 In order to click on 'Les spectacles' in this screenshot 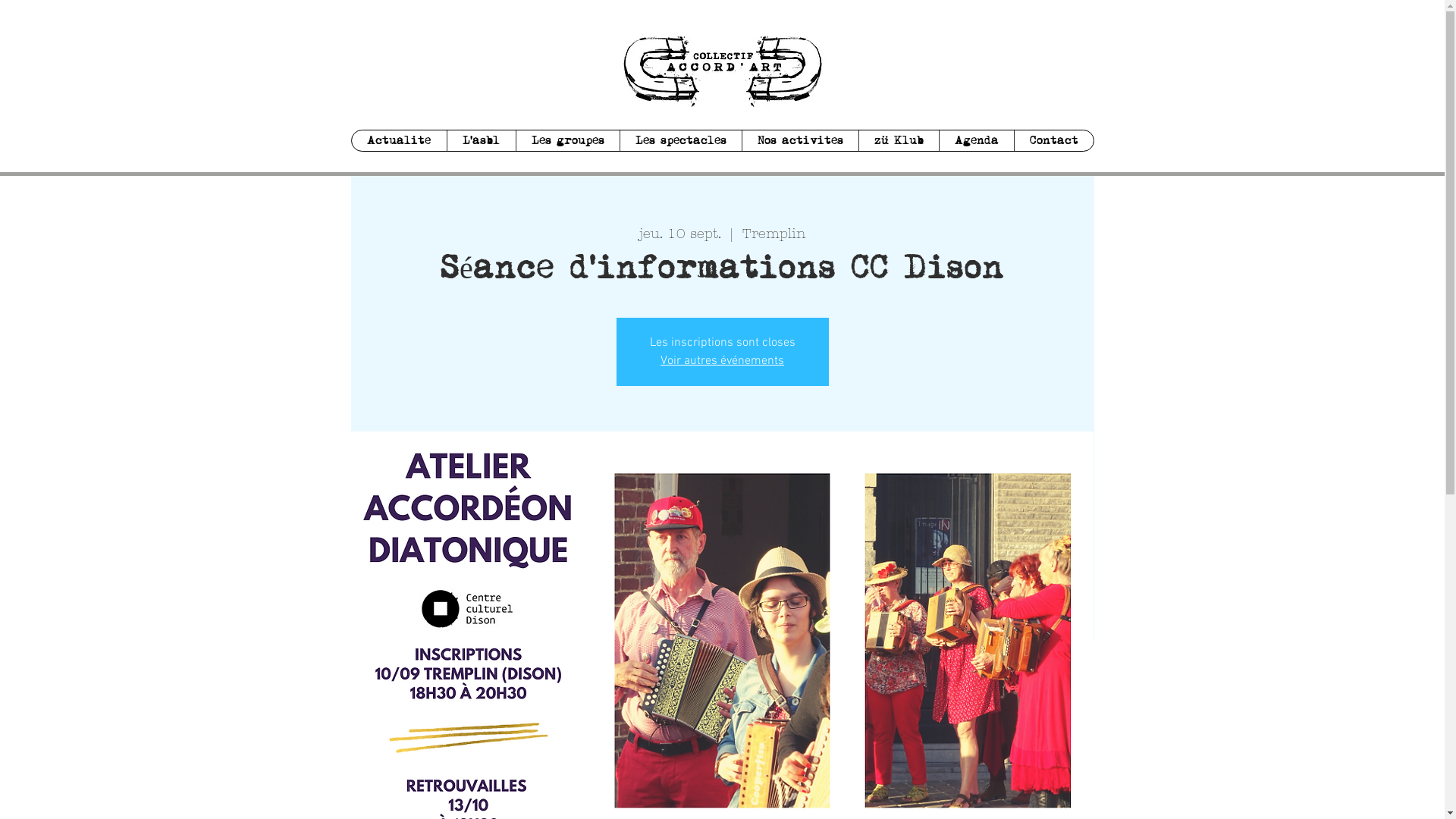, I will do `click(679, 140)`.